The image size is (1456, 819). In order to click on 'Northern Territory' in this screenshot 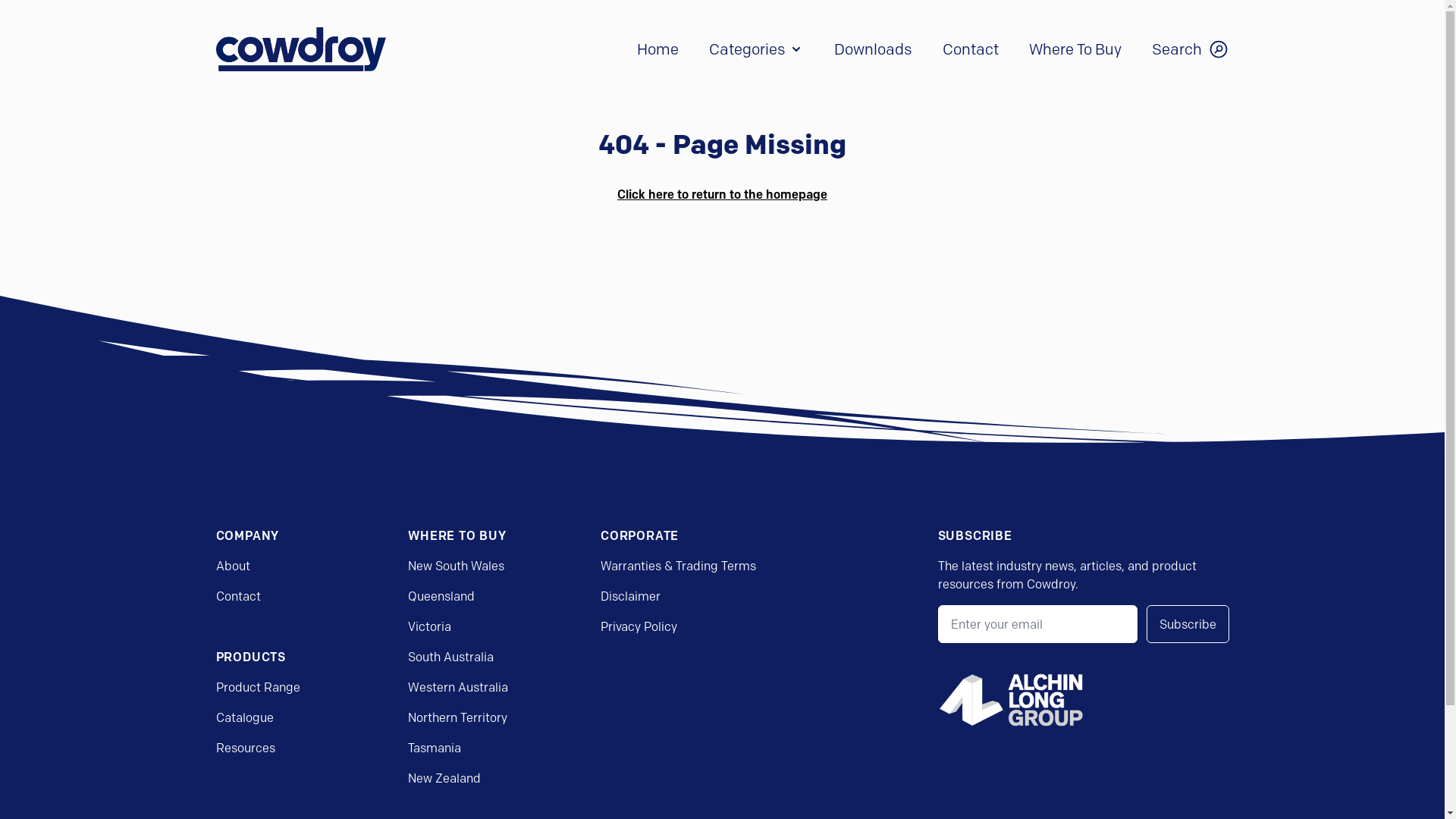, I will do `click(457, 717)`.